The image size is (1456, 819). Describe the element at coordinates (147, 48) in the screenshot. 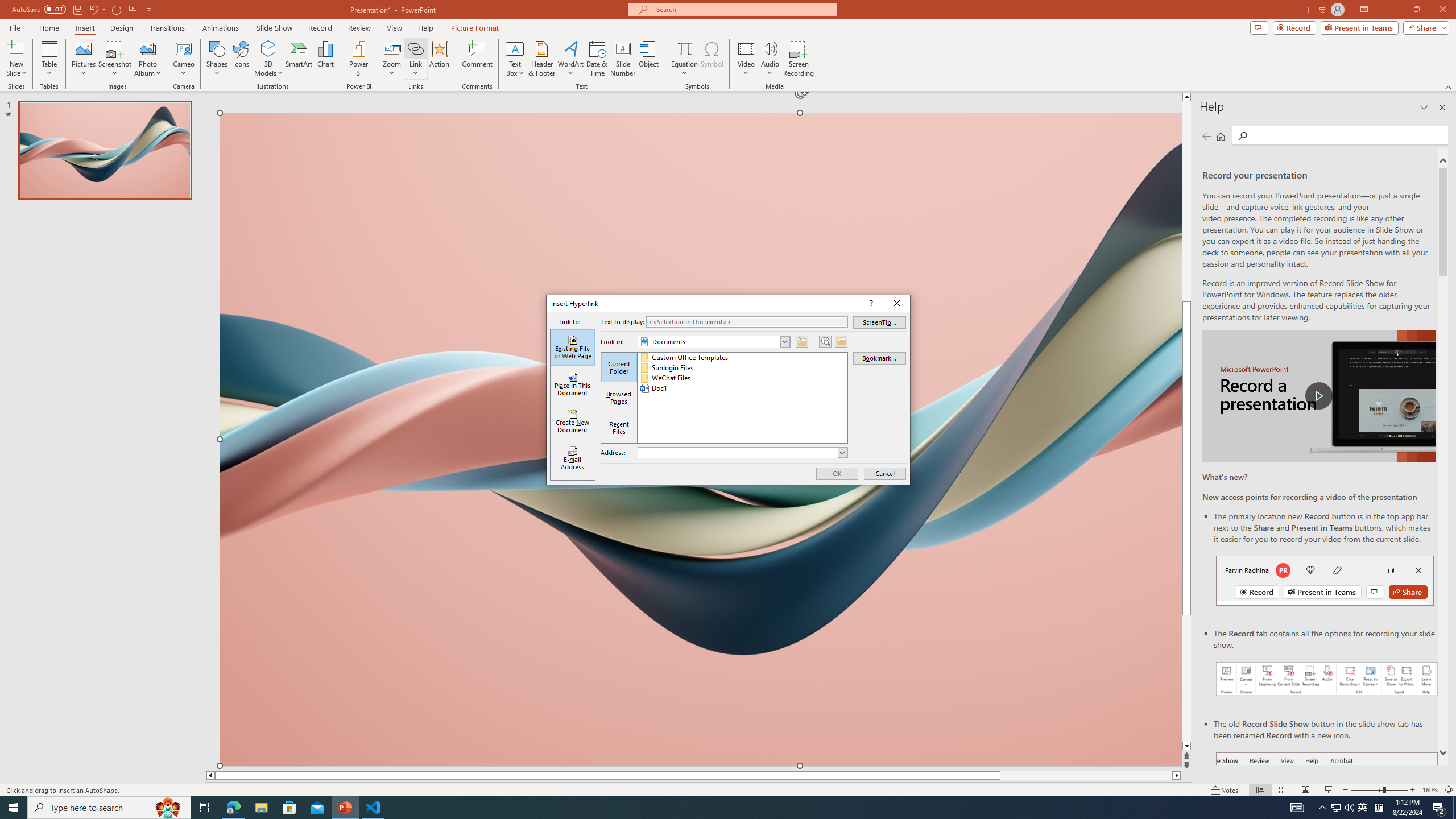

I see `'New Photo Album...'` at that location.